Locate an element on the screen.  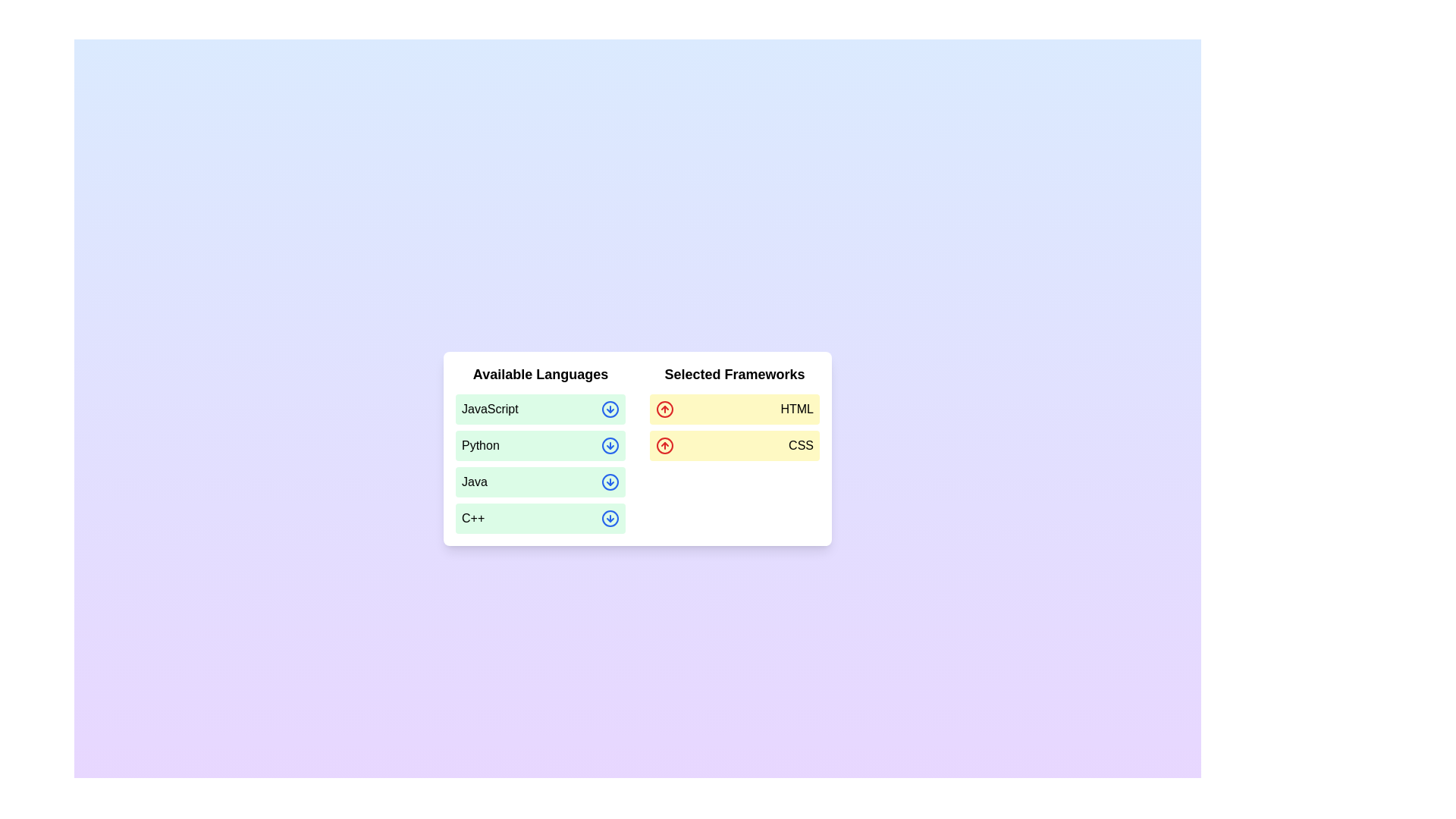
arrow-down icon next to the language C++ in the 'Available Languages' list to move it to the 'Selected Frameworks' list is located at coordinates (610, 517).